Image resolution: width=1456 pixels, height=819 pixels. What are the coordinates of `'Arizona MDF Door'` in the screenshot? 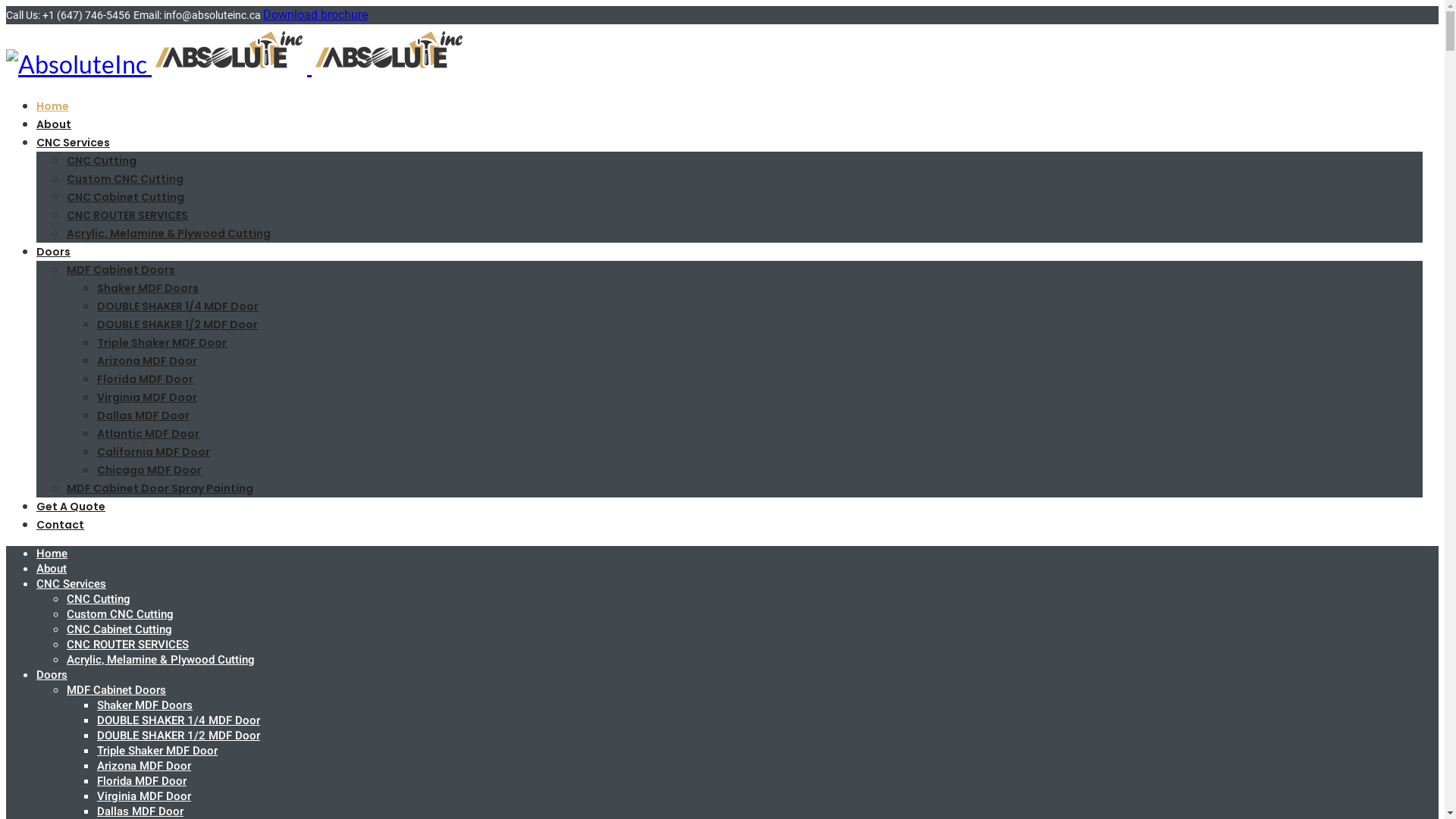 It's located at (146, 360).